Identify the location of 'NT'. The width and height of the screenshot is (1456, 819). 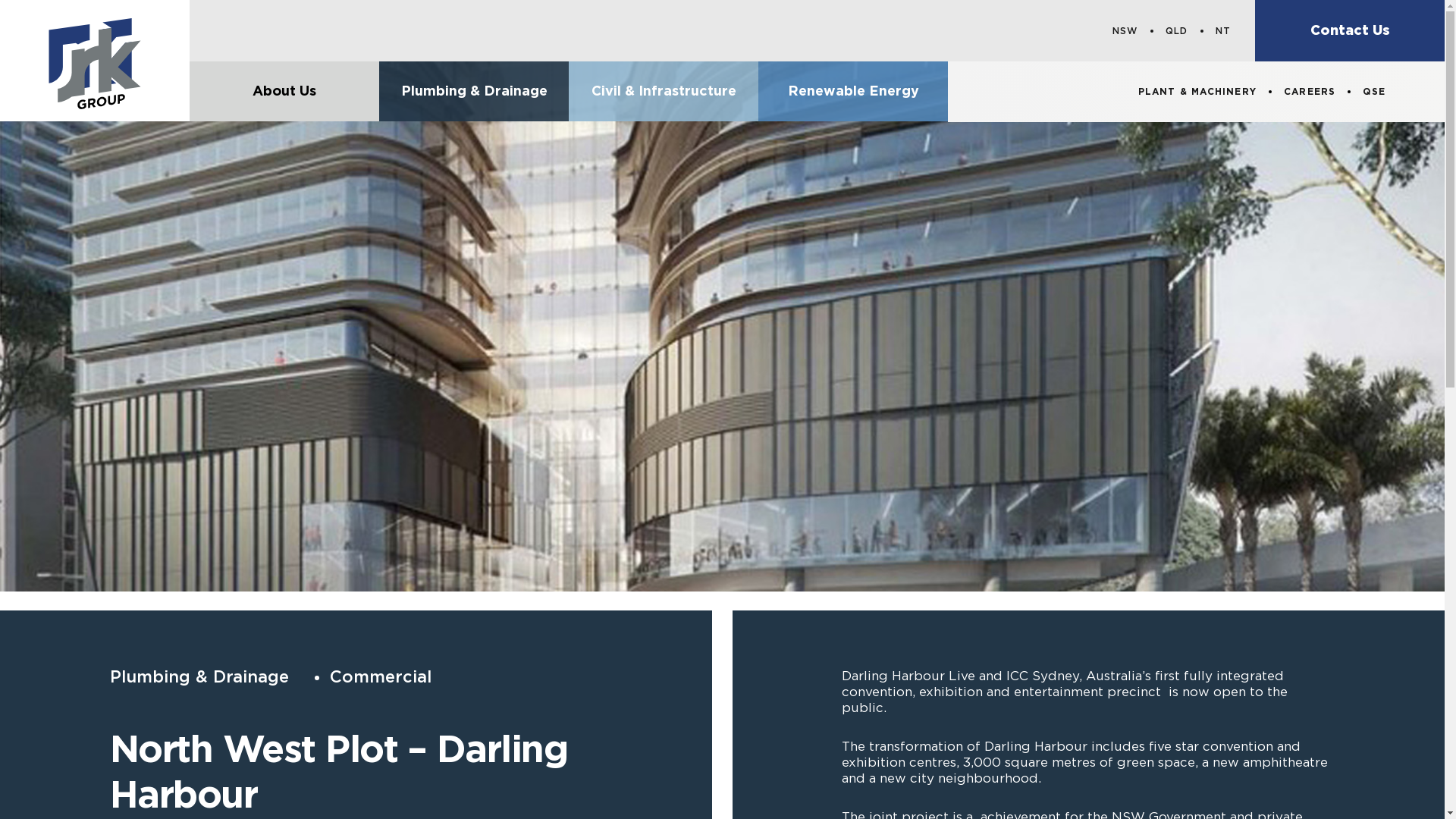
(1222, 31).